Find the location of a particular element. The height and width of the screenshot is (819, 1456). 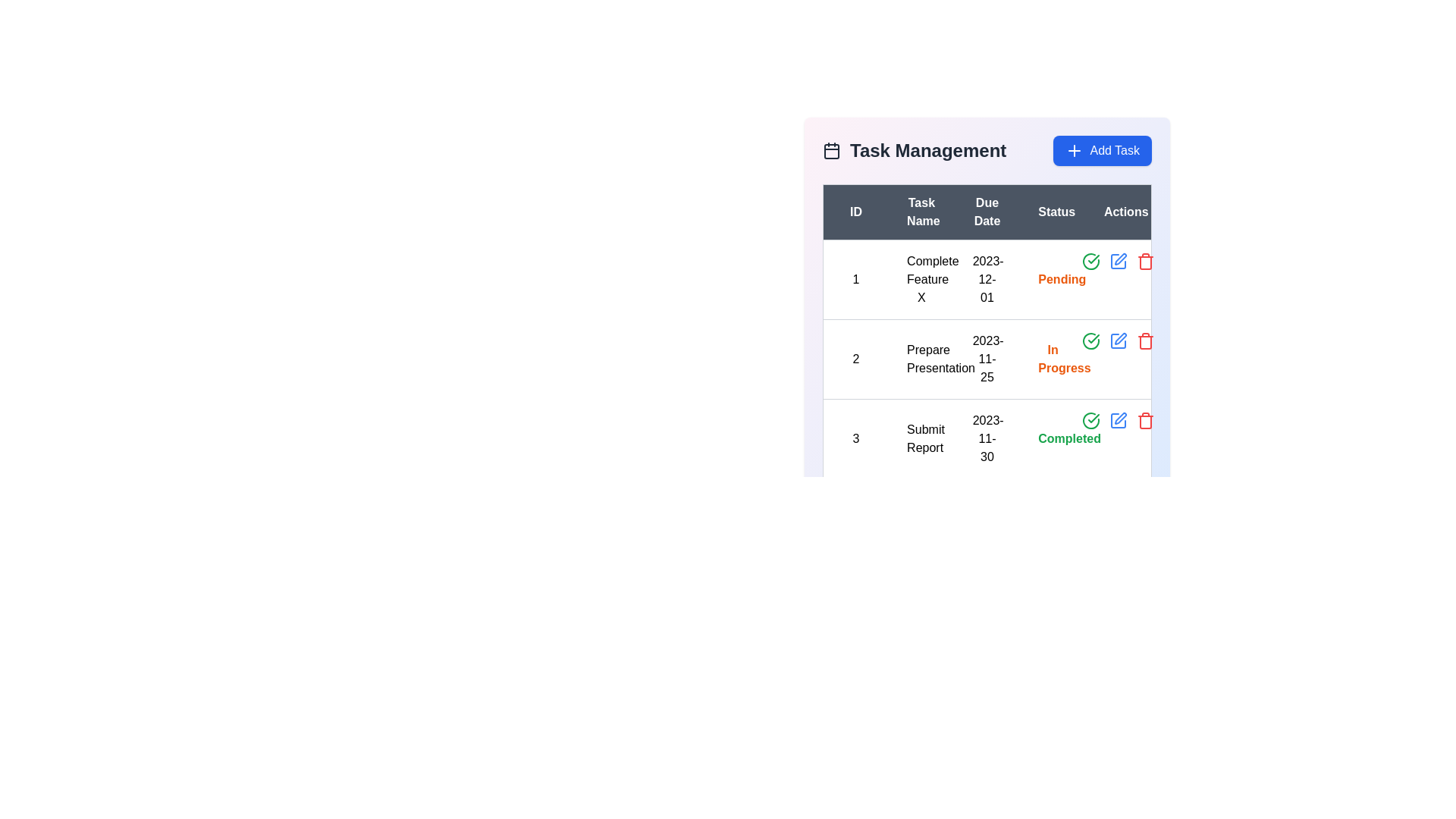

text from the Table Header Cell that contains 'Task Name', which is styled in white on a dark background and located in the header of a table is located at coordinates (921, 212).